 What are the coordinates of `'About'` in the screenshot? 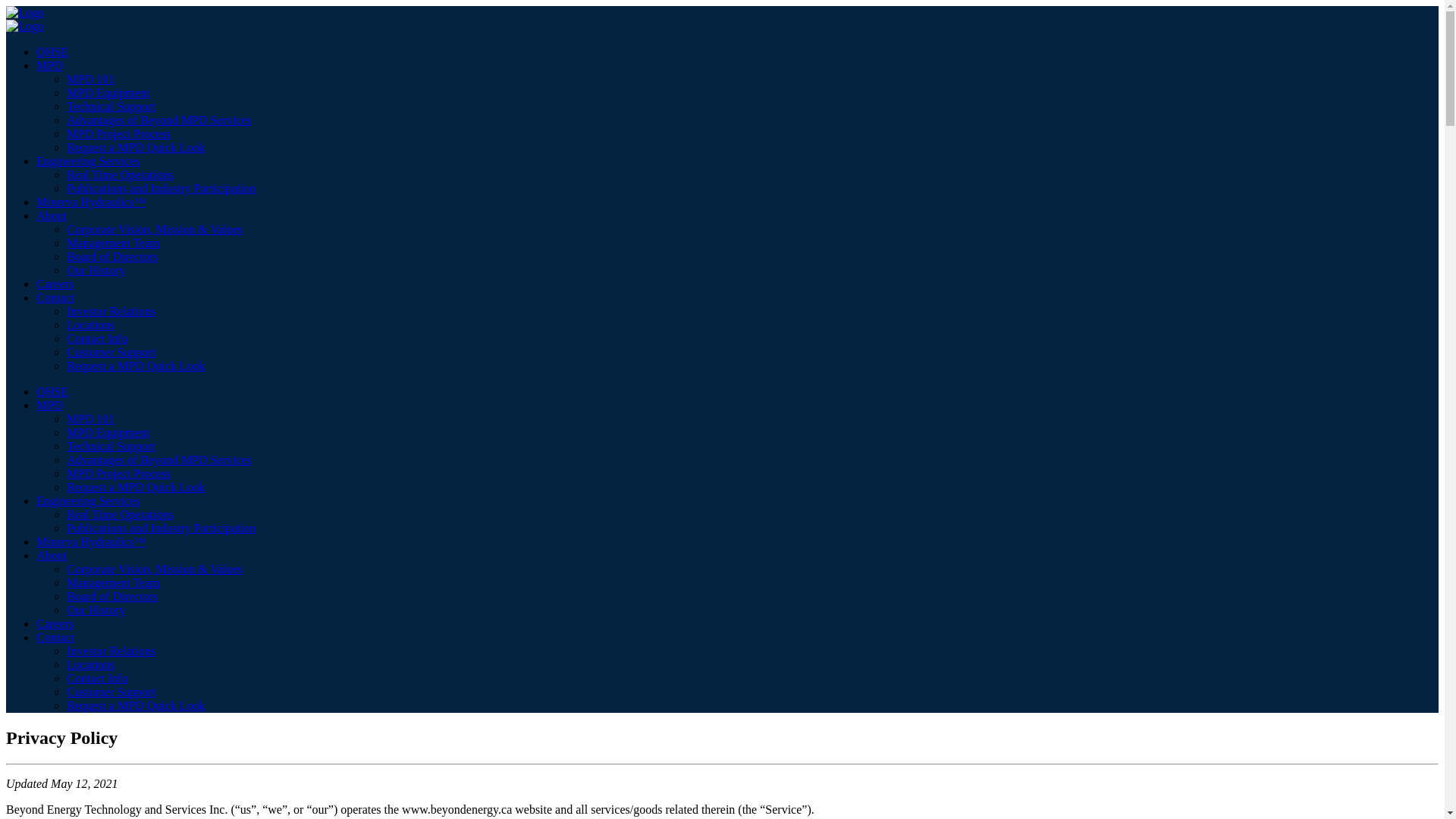 It's located at (51, 555).